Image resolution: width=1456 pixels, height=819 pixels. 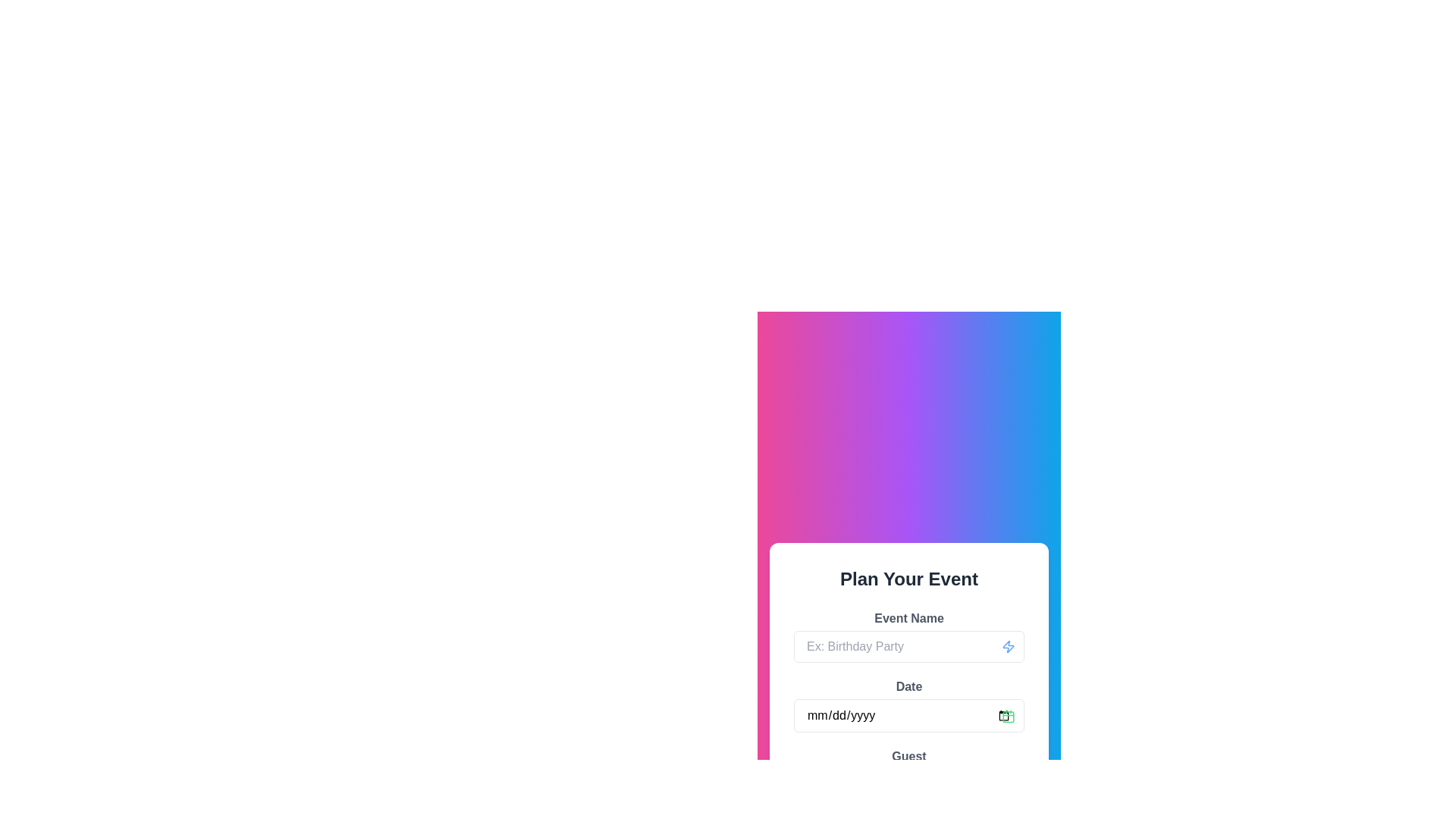 I want to click on the small green calendar icon located at the bottom-right corner of the date input text field, so click(x=1008, y=716).